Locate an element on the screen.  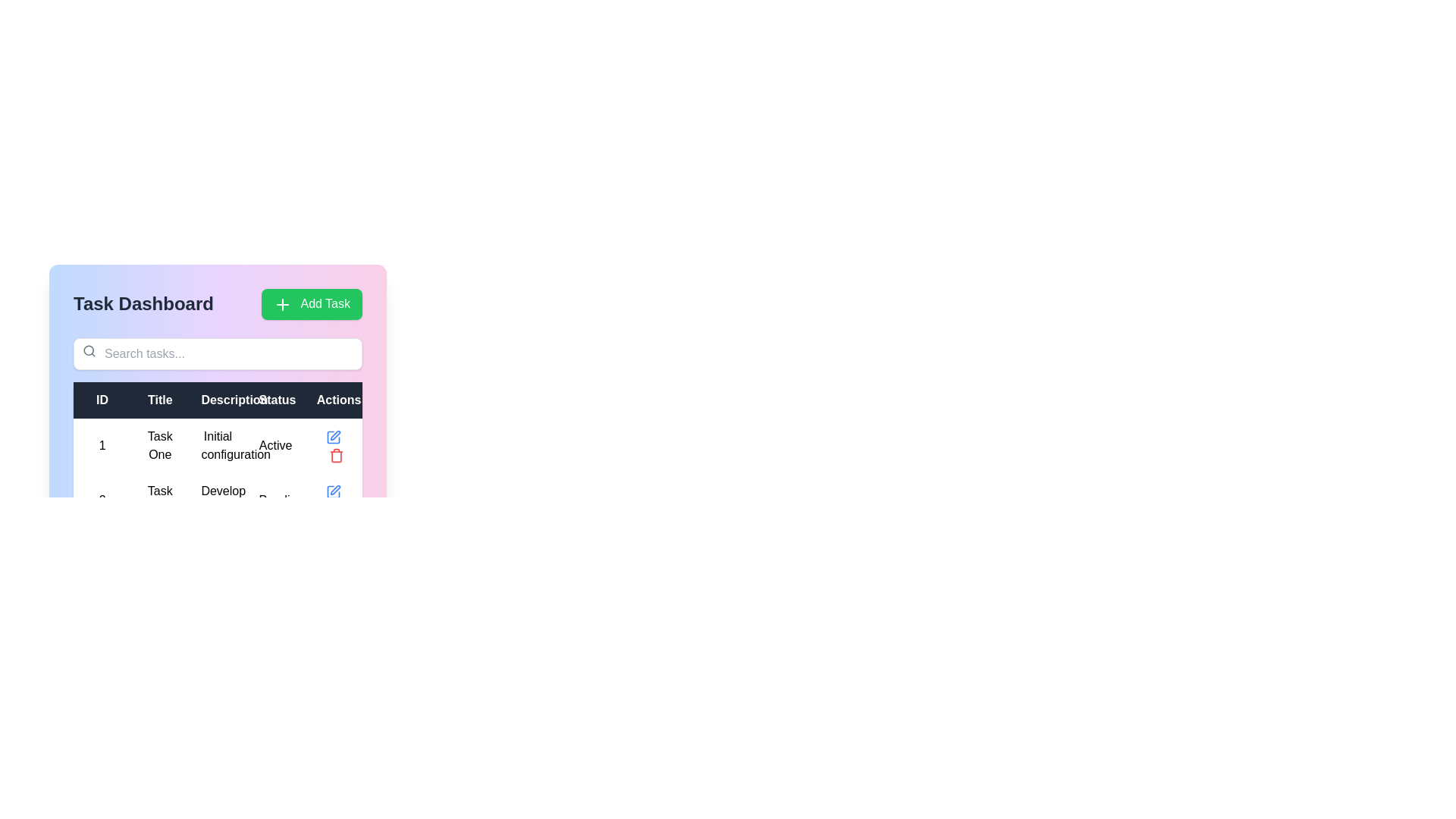
text from the 'Description' label, which is styled with padding on a dark background and is part of the table header row, positioned between 'Title' and 'Status' columns is located at coordinates (217, 399).